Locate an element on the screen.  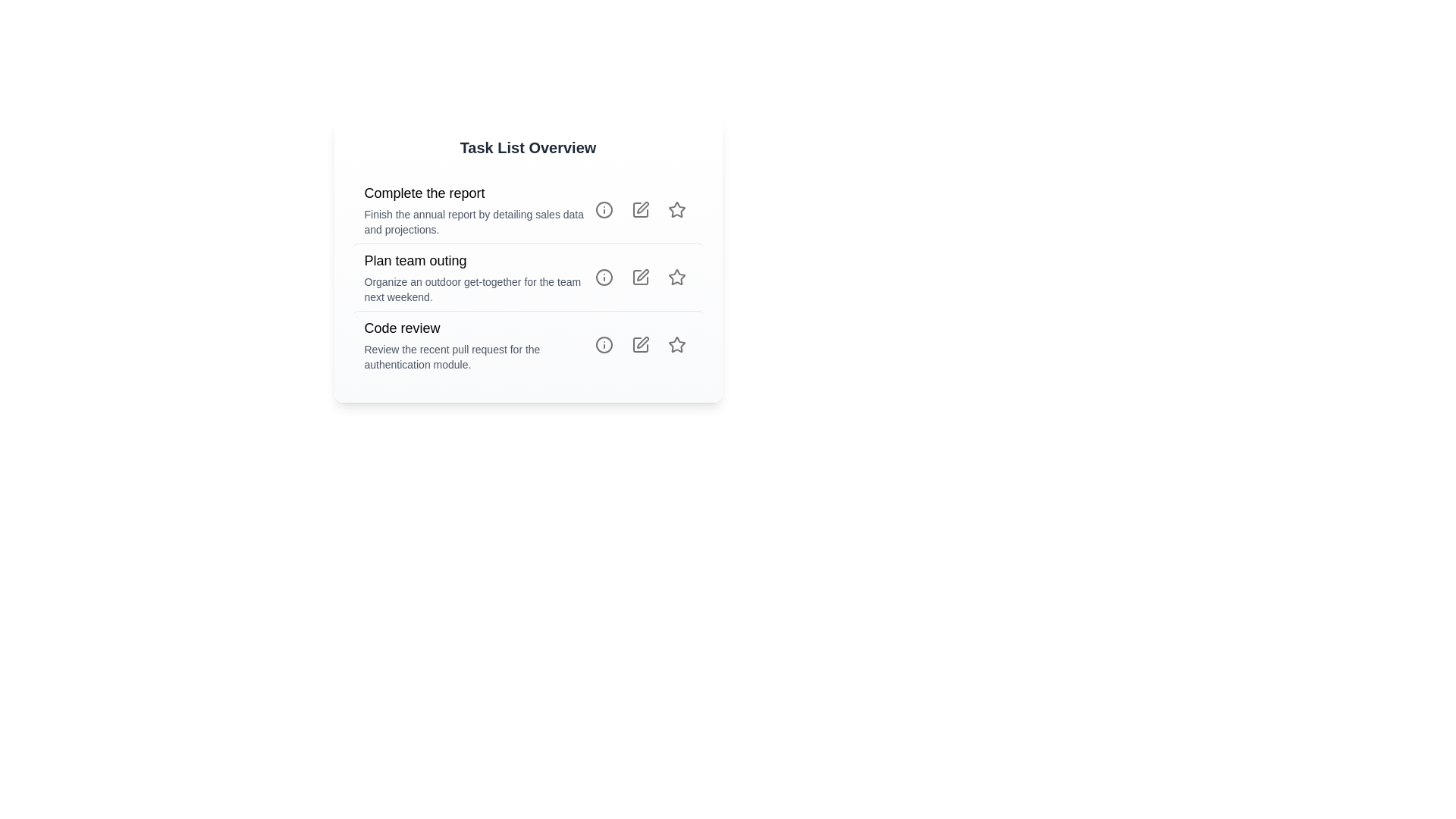
the edit icon represented by a pencil overlaying a square, located on the right side of the 'Code review' task item in the third row of the task list to receive a tooltip if available is located at coordinates (640, 345).